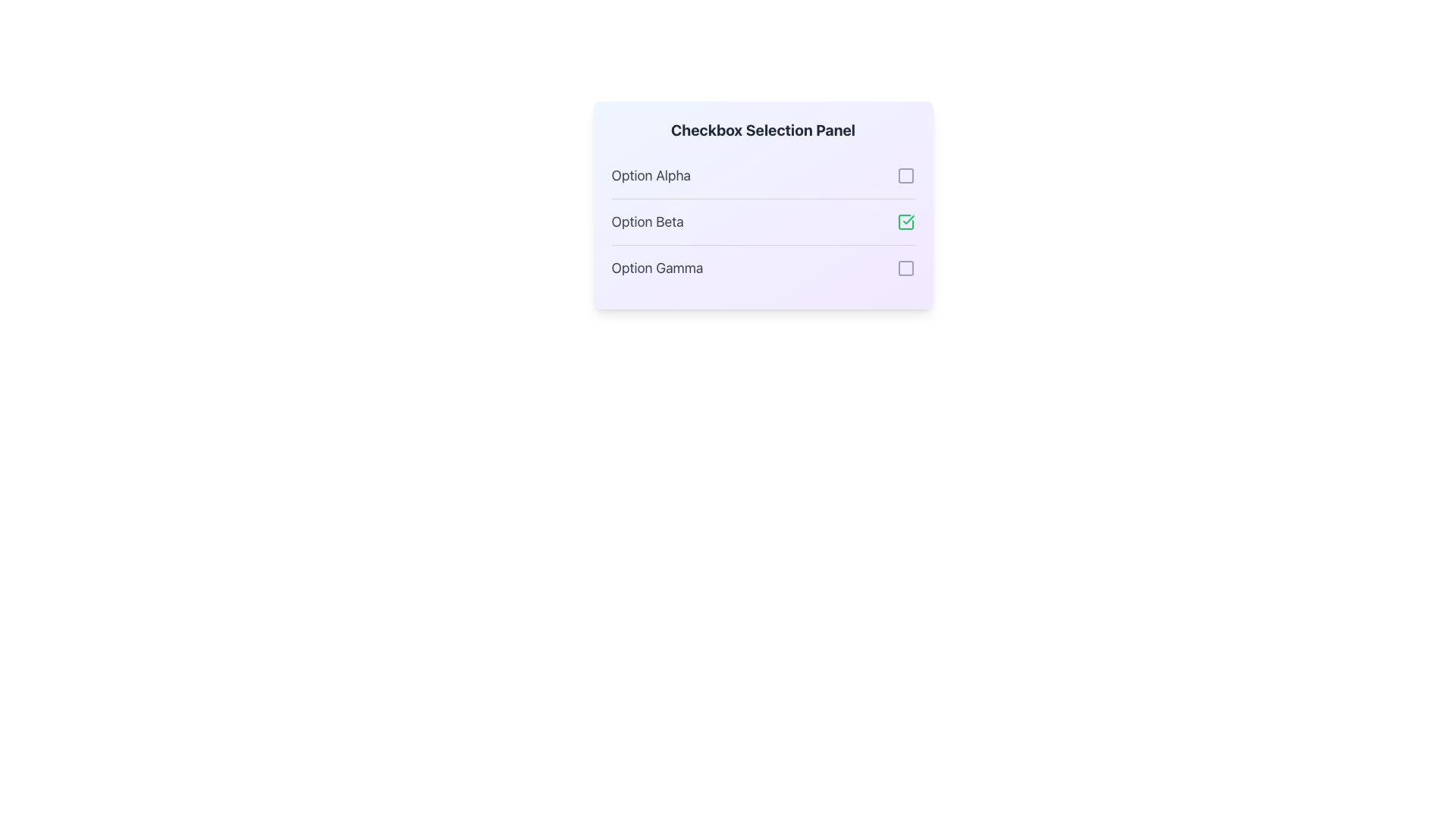 The image size is (1456, 819). Describe the element at coordinates (763, 222) in the screenshot. I see `the second option 'Option Beta'` at that location.